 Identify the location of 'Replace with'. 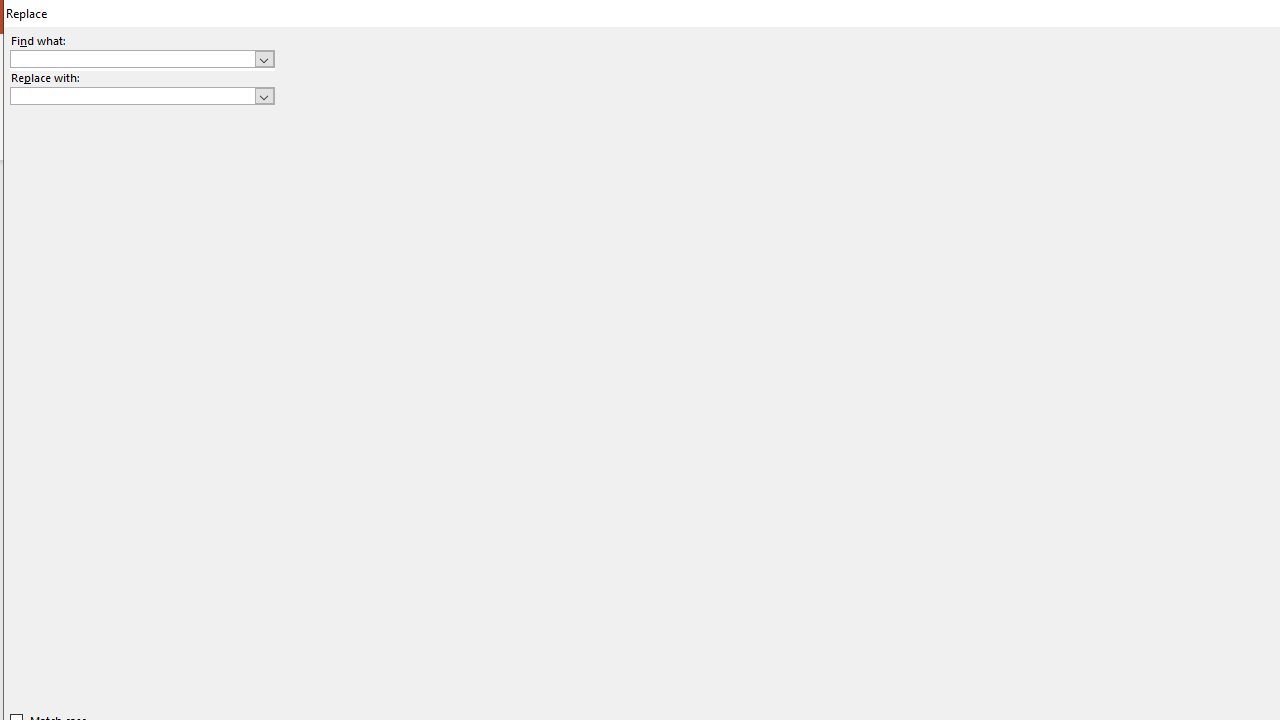
(132, 95).